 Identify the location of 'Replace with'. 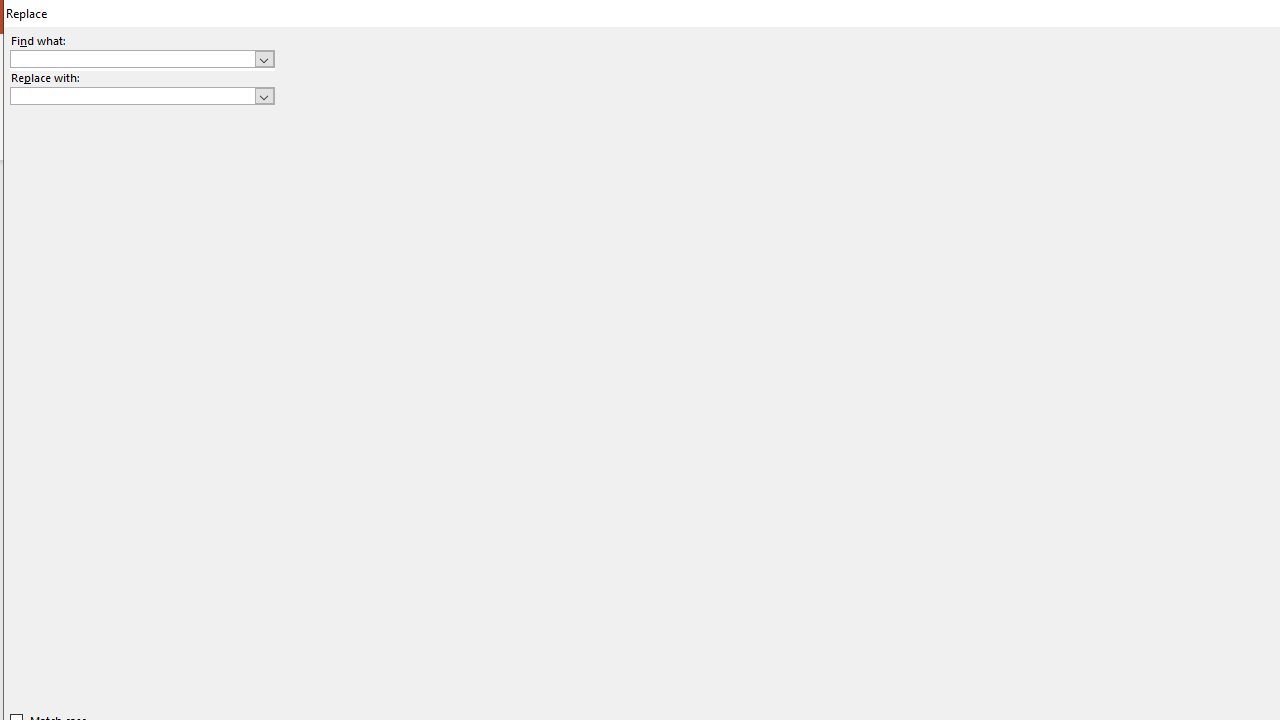
(132, 95).